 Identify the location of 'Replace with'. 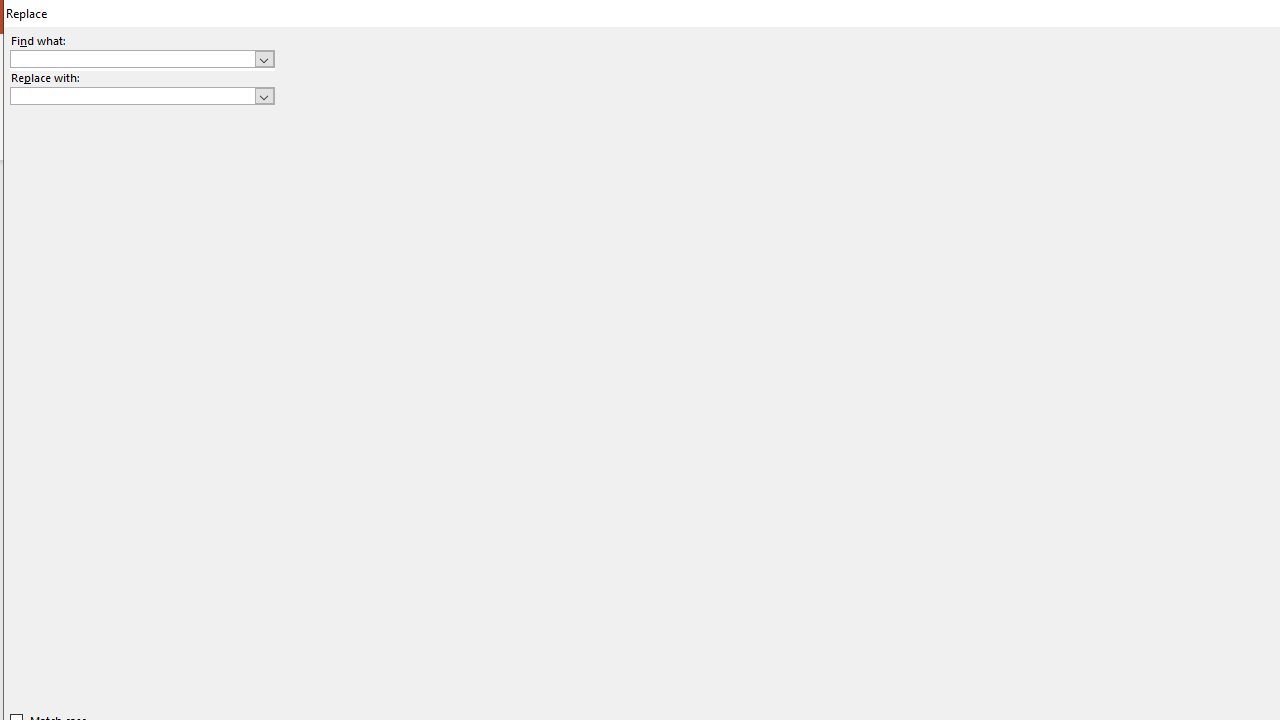
(132, 95).